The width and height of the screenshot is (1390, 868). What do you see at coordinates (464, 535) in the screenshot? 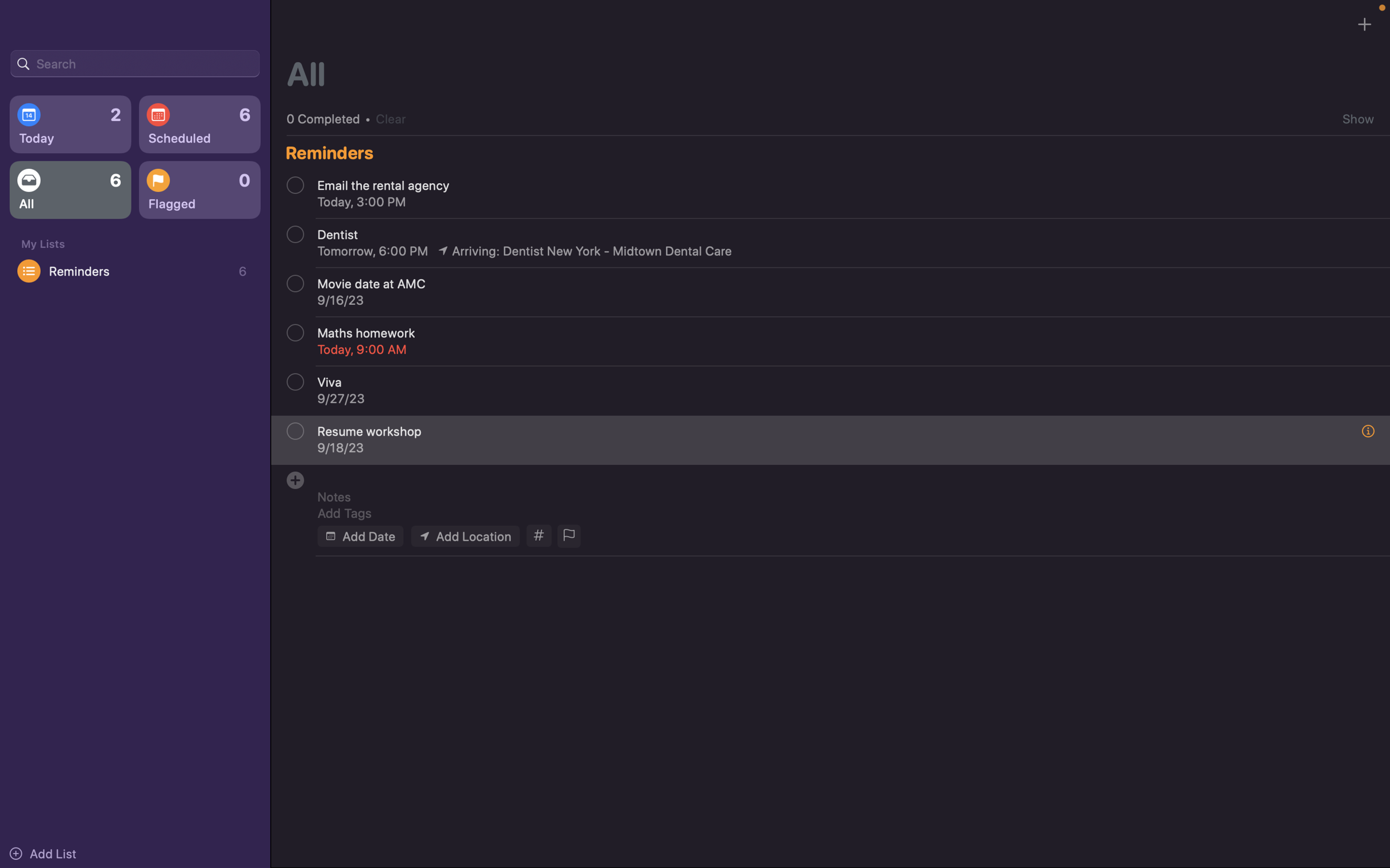
I see `Add location of the event as "123 Woodlane street"` at bounding box center [464, 535].